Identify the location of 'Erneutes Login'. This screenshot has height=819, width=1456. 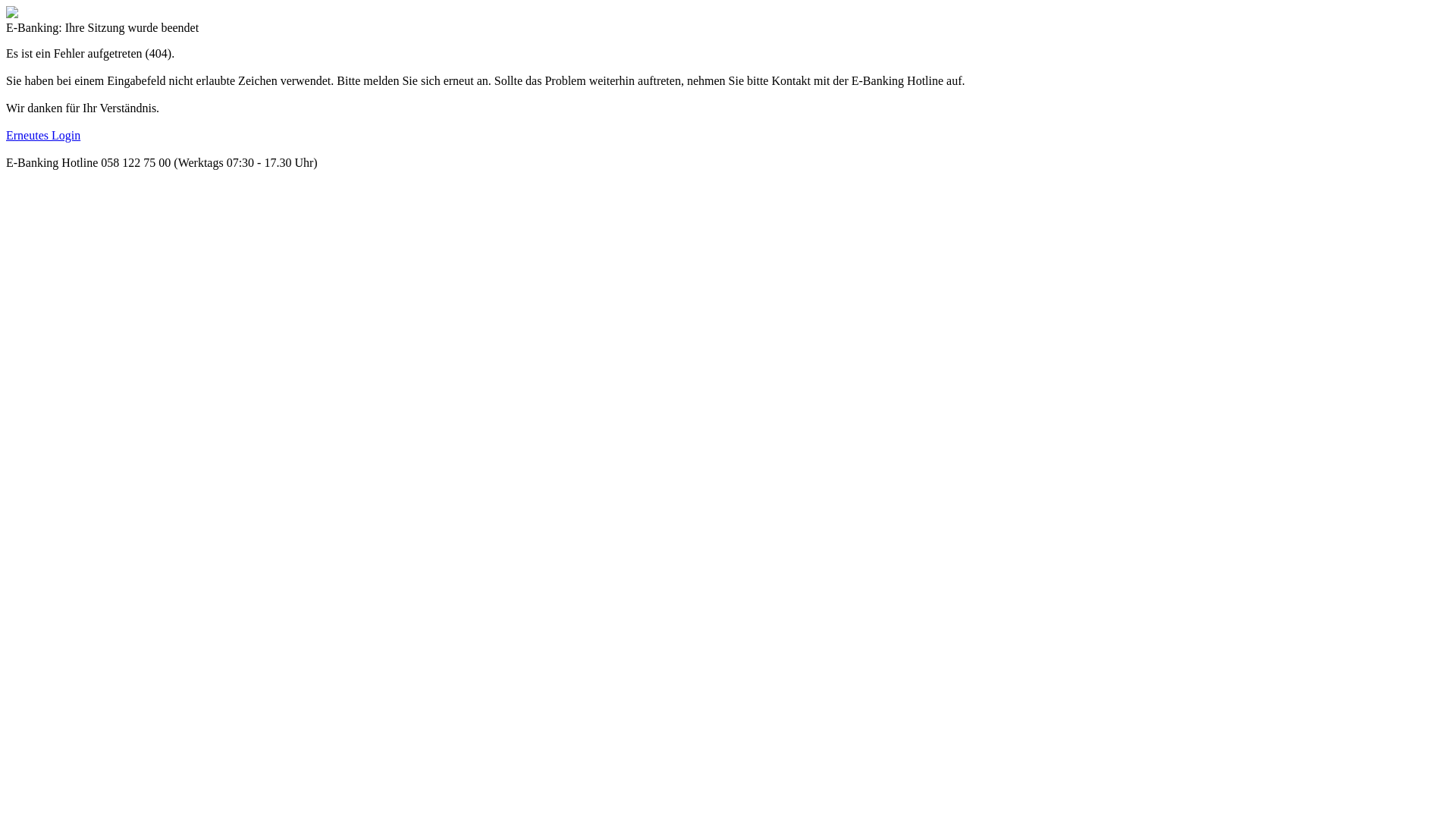
(43, 134).